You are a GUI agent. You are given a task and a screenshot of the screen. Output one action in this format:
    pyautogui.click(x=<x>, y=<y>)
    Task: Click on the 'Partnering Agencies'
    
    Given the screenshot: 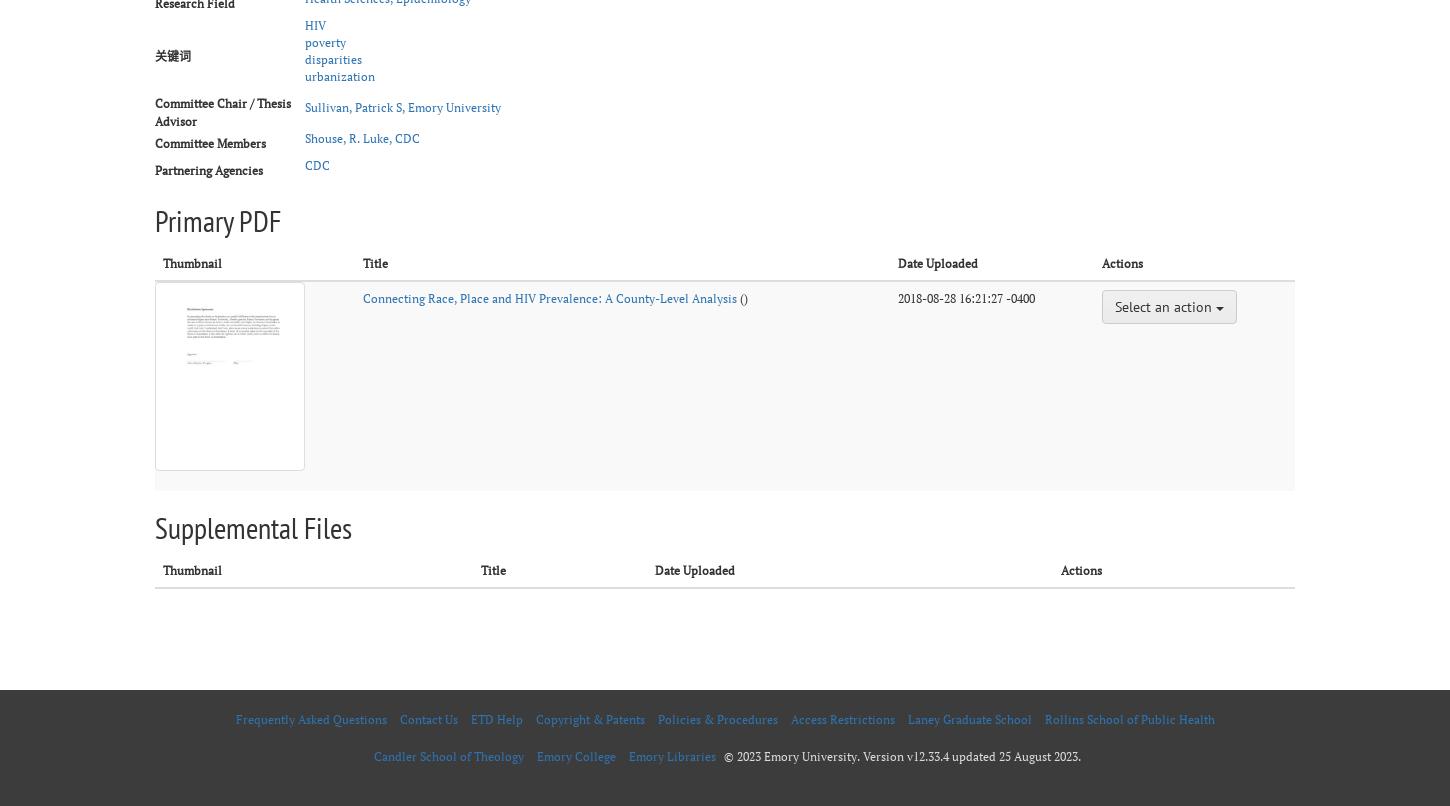 What is the action you would take?
    pyautogui.click(x=207, y=169)
    